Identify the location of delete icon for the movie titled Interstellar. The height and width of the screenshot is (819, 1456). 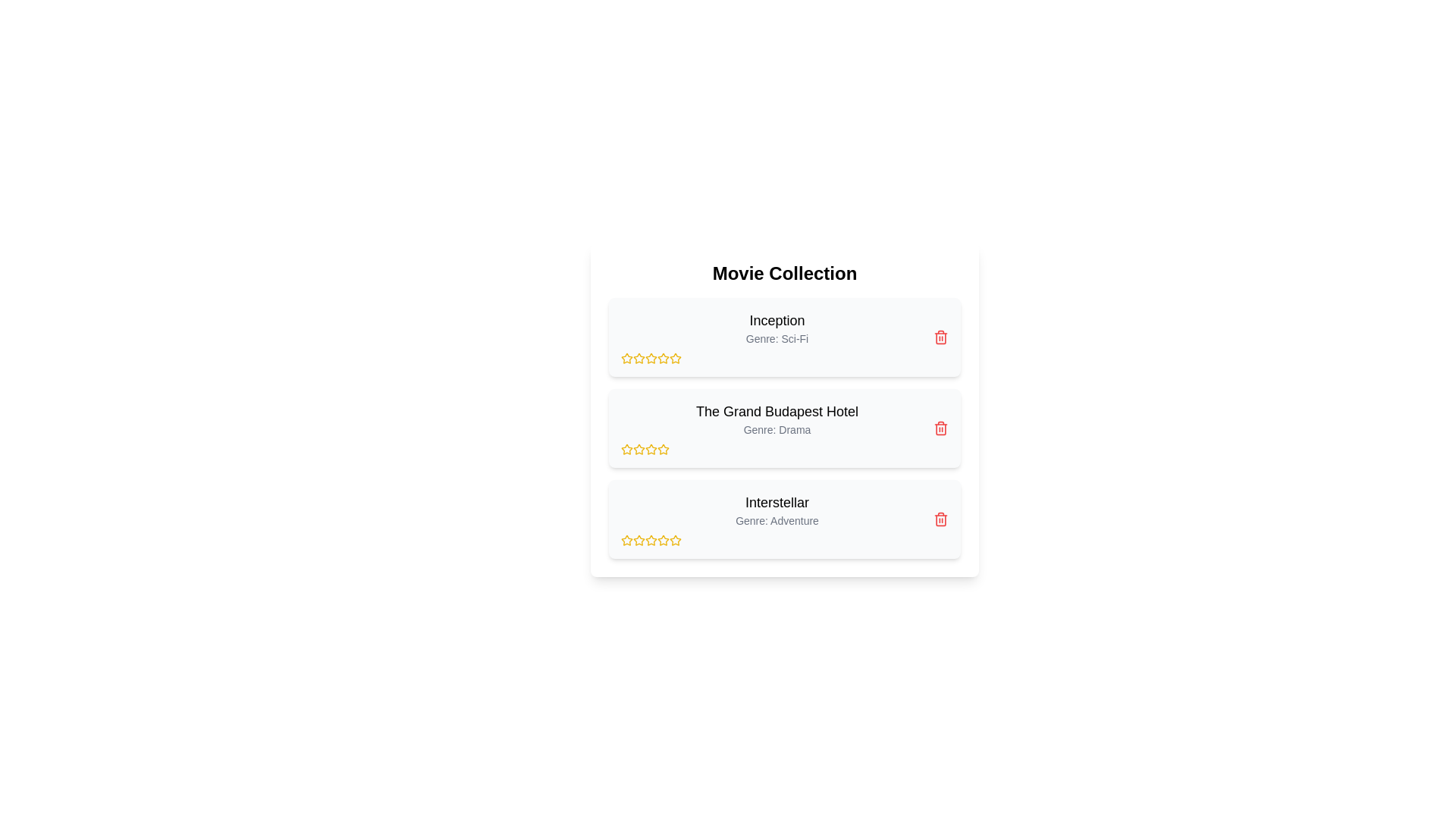
(940, 519).